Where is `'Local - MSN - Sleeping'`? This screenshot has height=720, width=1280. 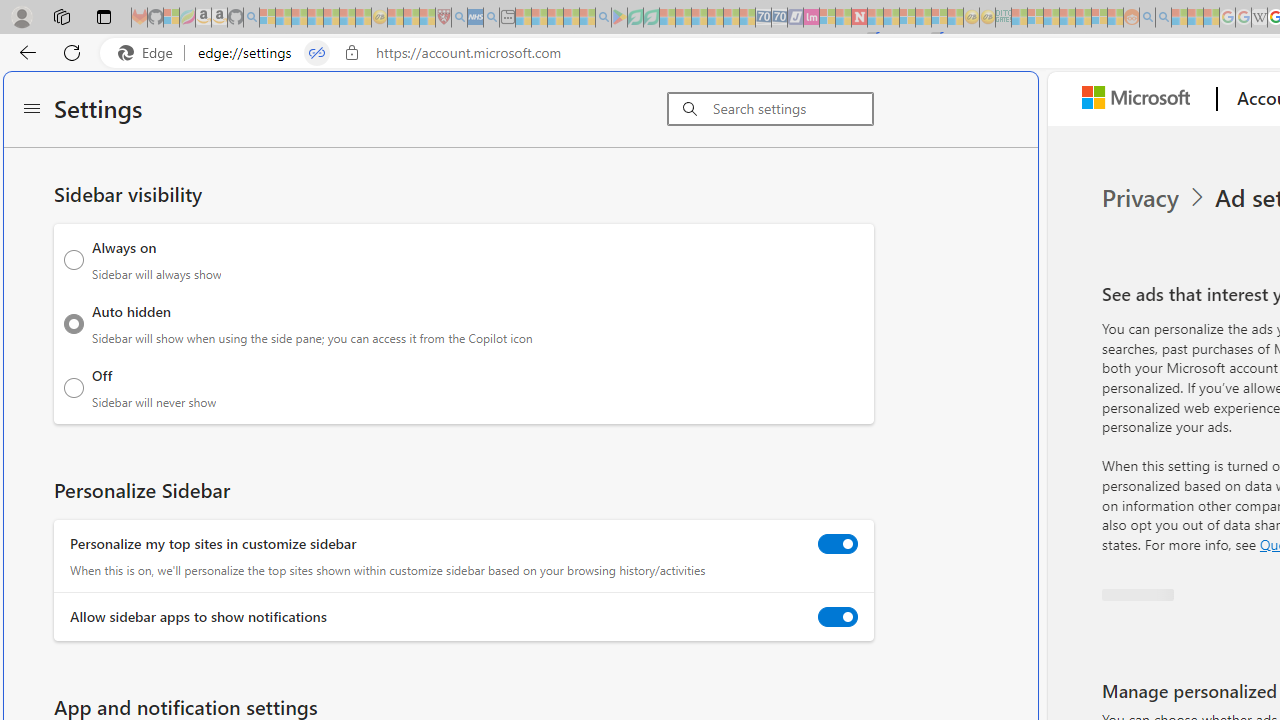
'Local - MSN - Sleeping' is located at coordinates (426, 17).